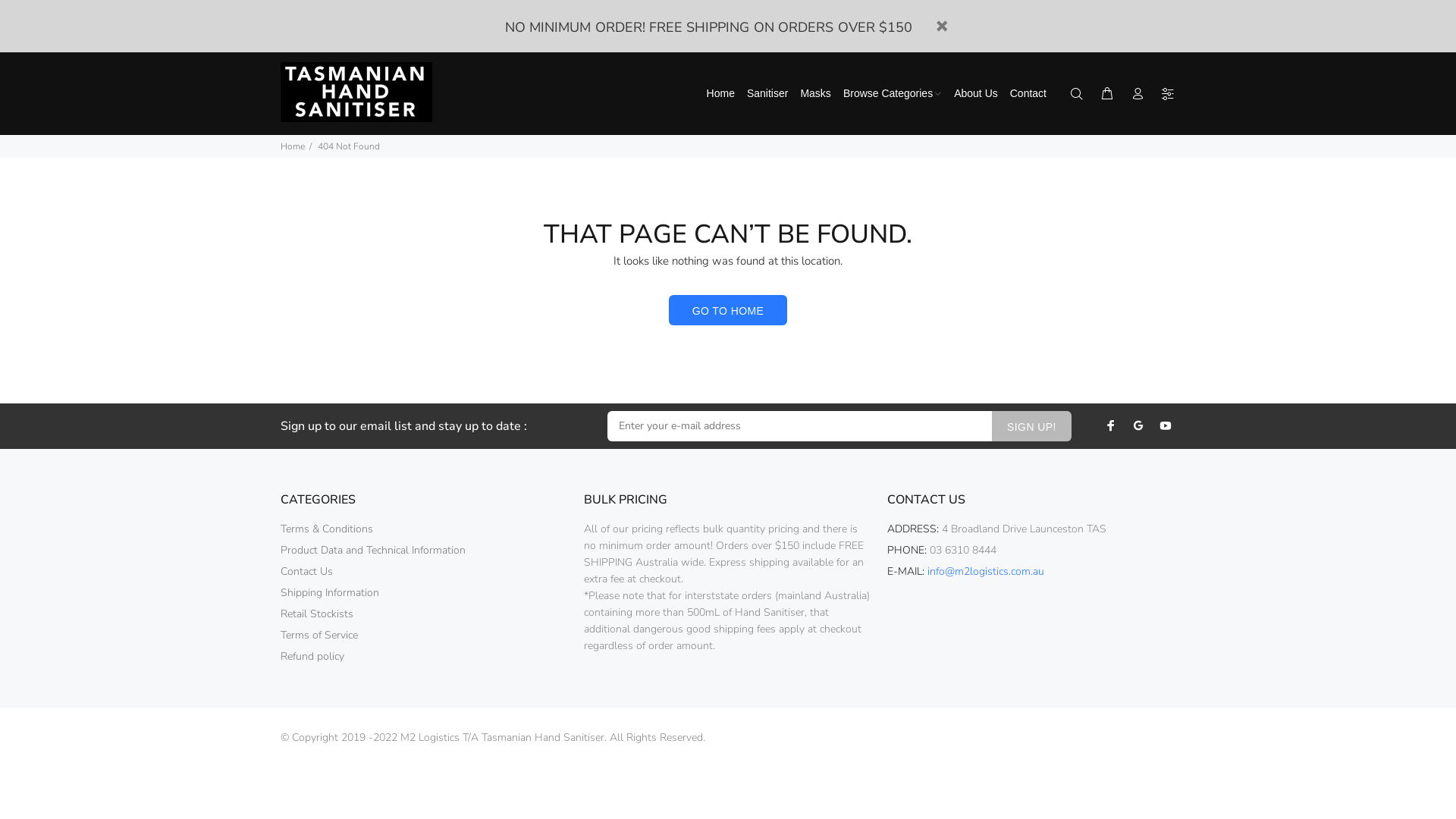 The width and height of the screenshot is (1456, 819). Describe the element at coordinates (318, 635) in the screenshot. I see `'Terms of Service'` at that location.